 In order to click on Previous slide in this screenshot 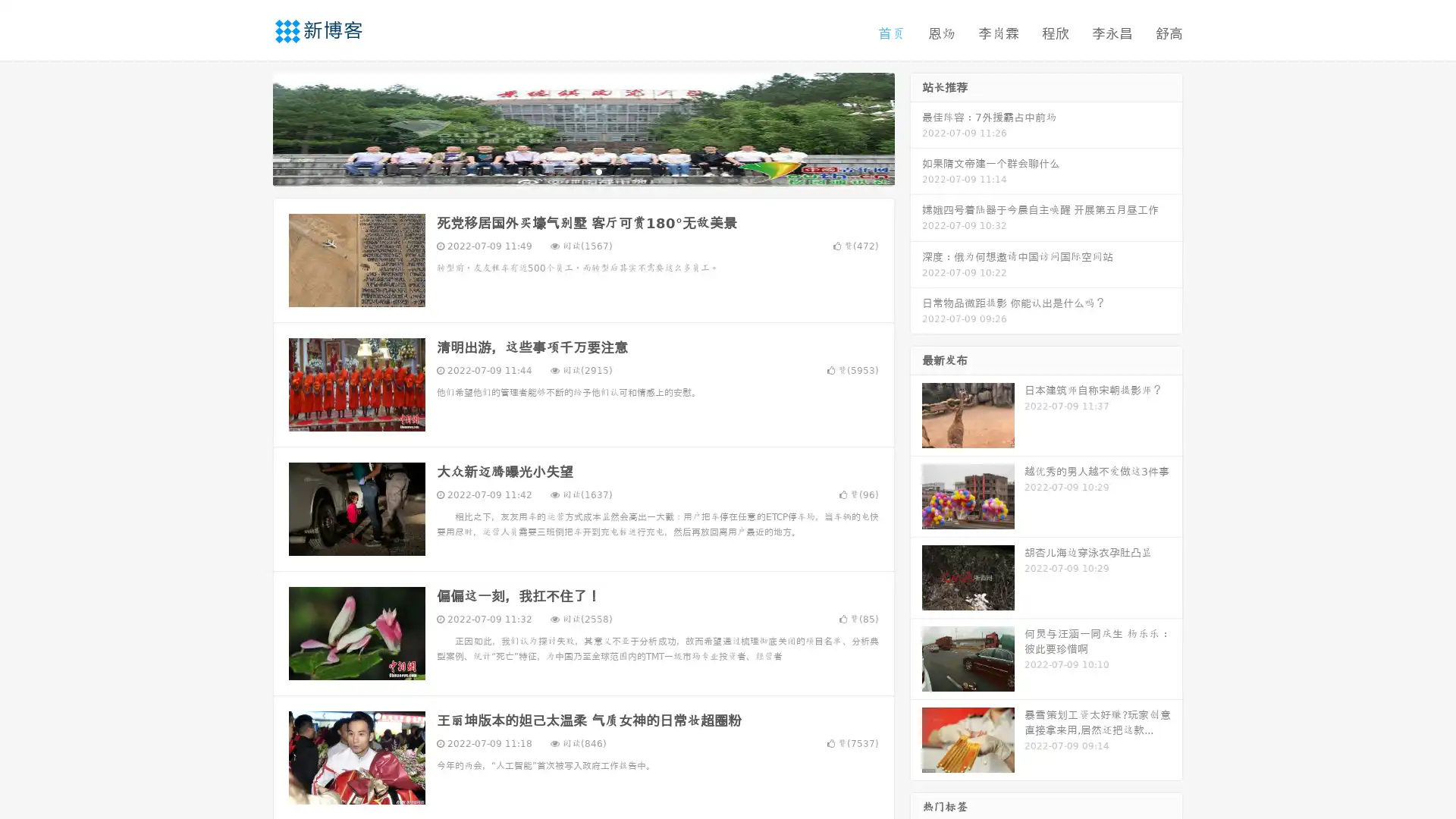, I will do `click(250, 127)`.